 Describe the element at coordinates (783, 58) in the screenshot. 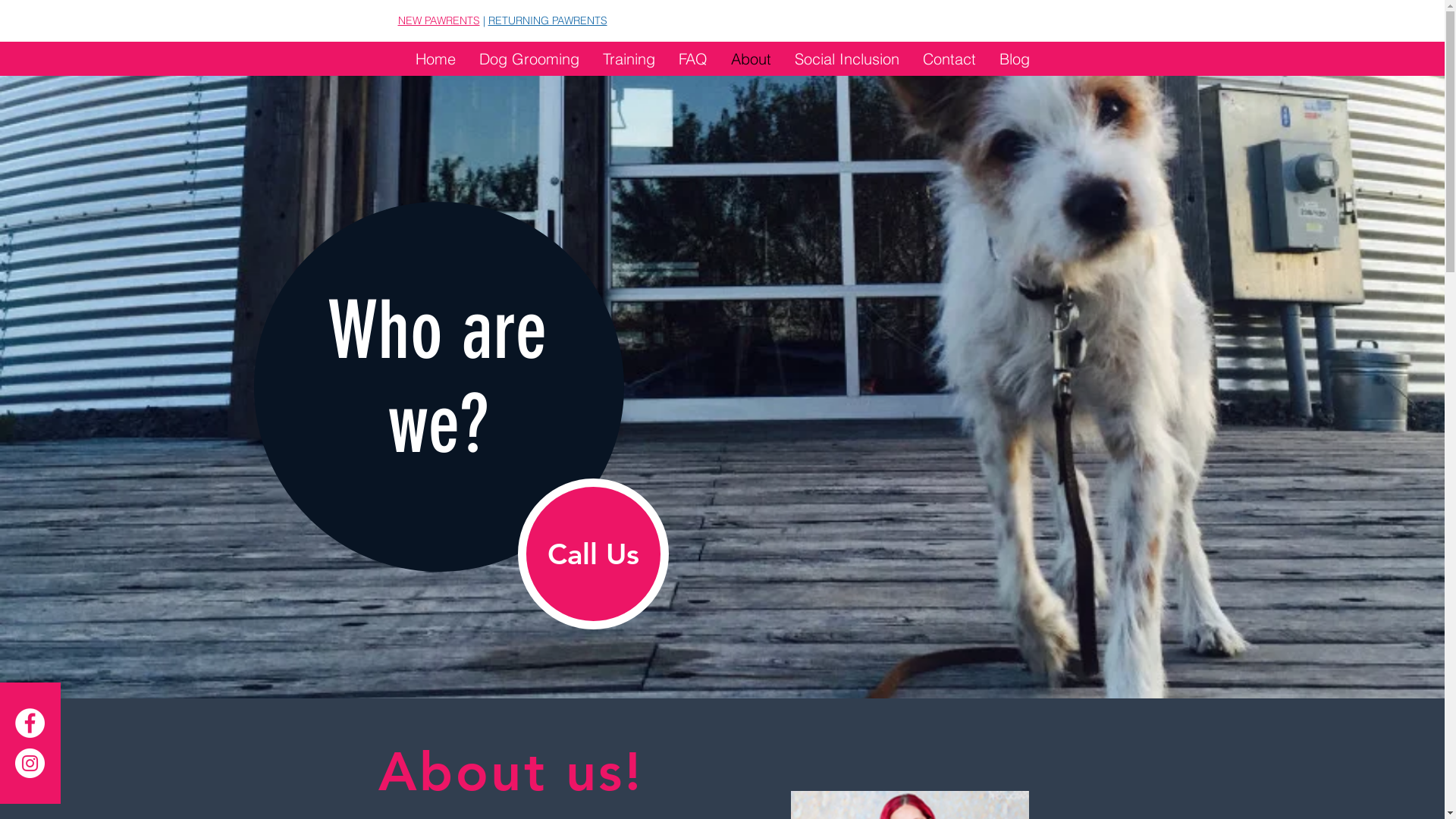

I see `'Social Inclusion'` at that location.